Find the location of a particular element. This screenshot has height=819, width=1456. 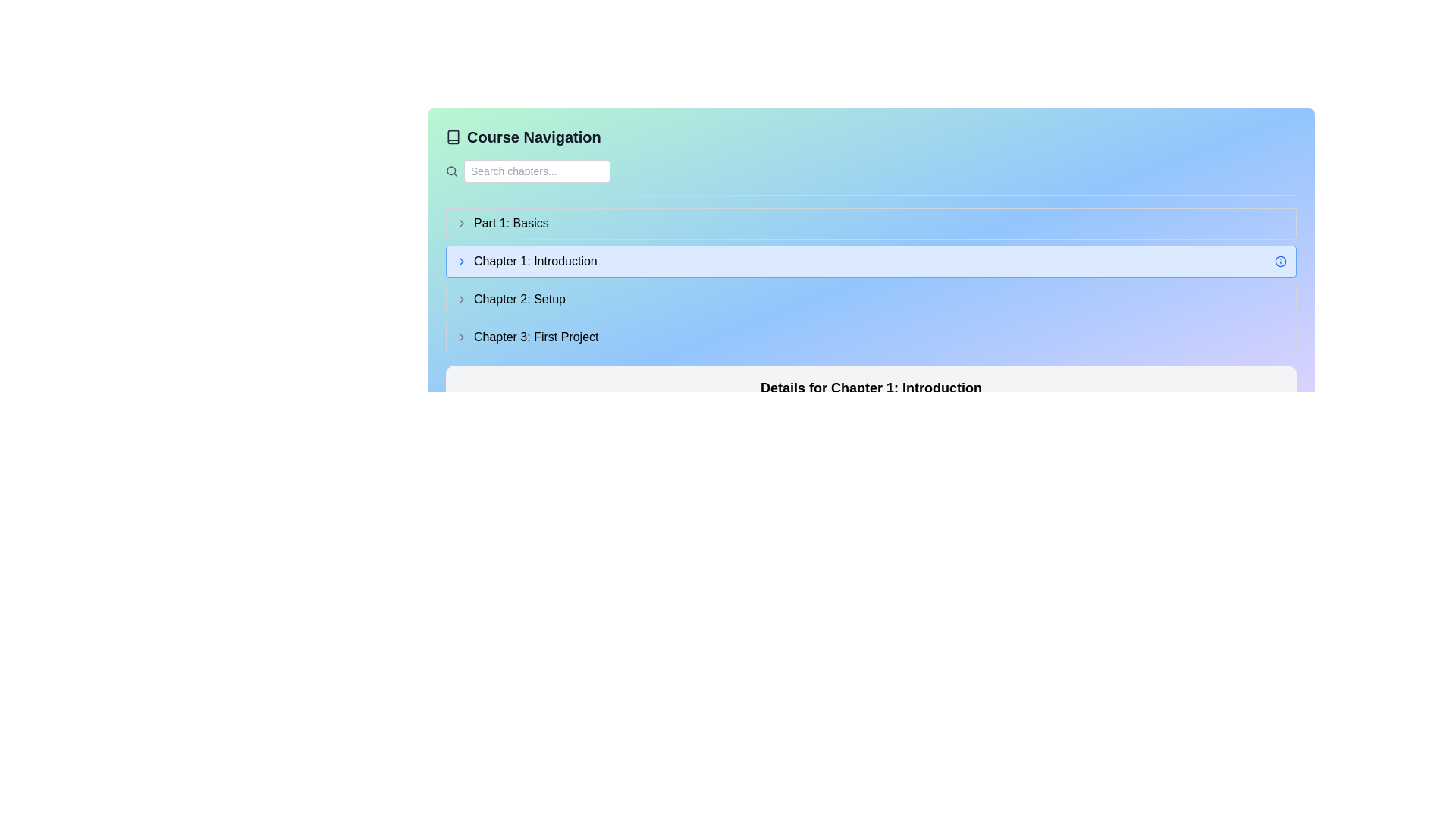

the 'Chapter 2: Setup' text label with icon in the course navigation menu is located at coordinates (510, 299).